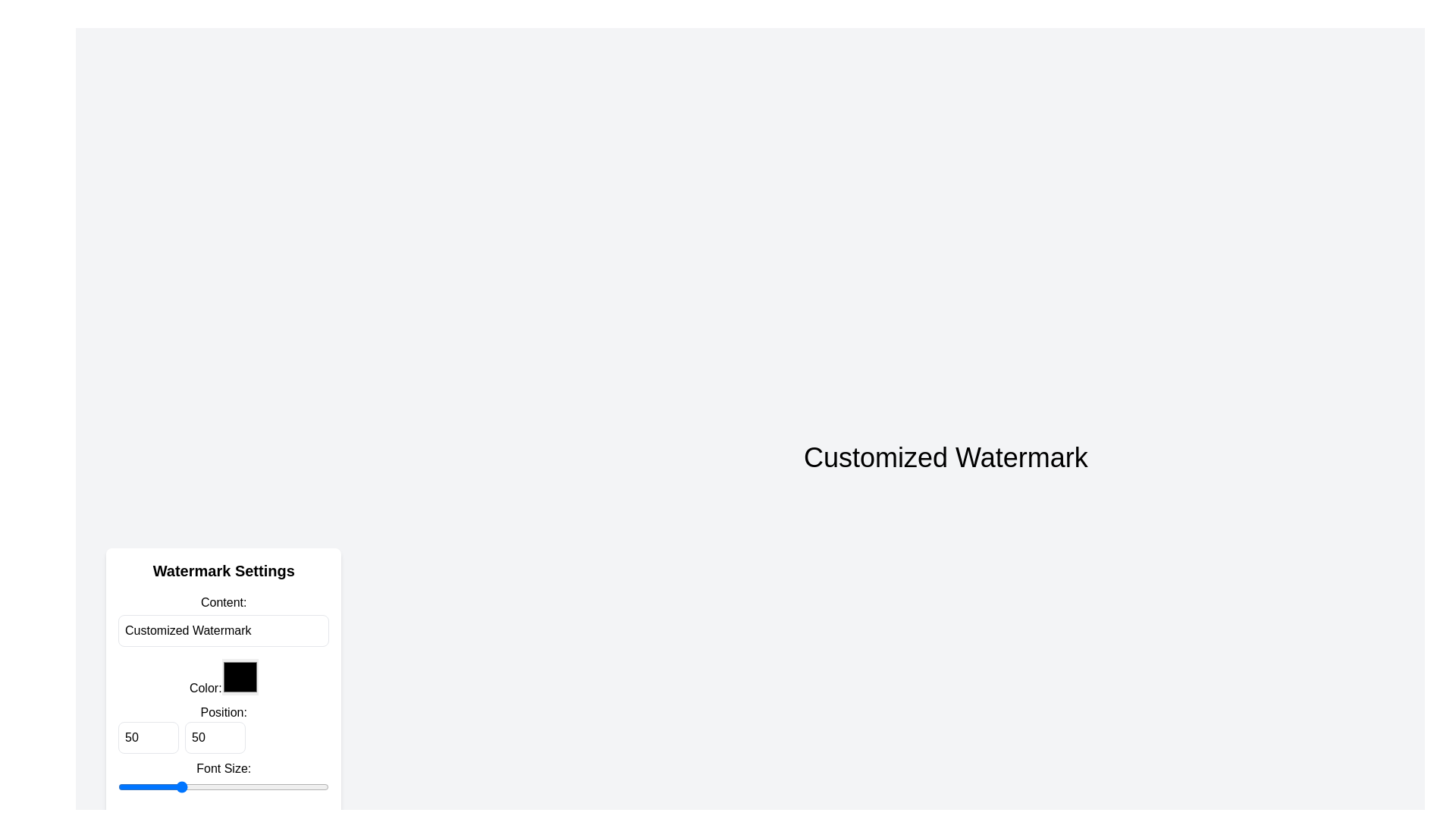  I want to click on the font size, so click(275, 786).